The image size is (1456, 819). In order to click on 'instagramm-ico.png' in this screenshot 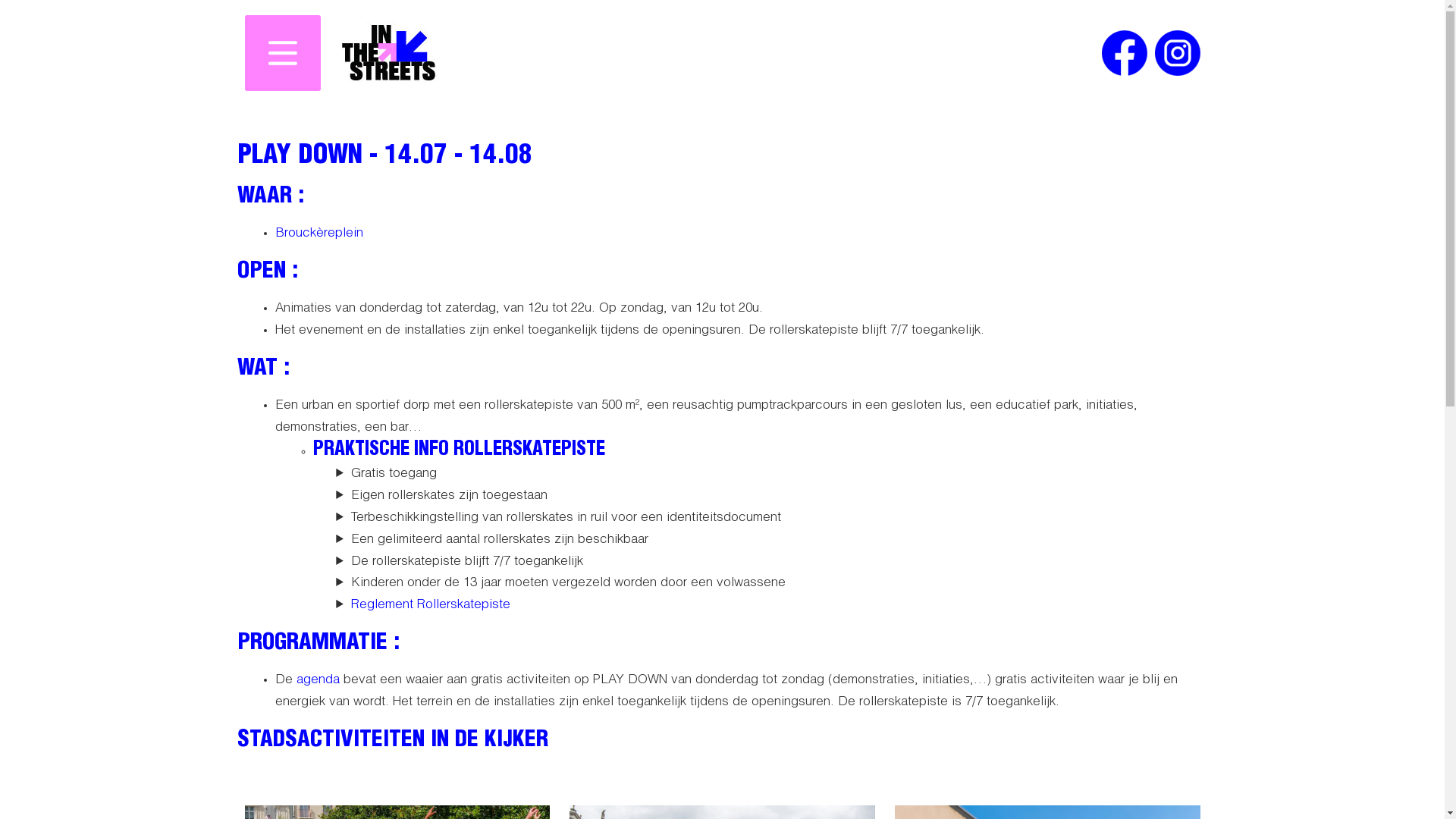, I will do `click(1175, 52)`.